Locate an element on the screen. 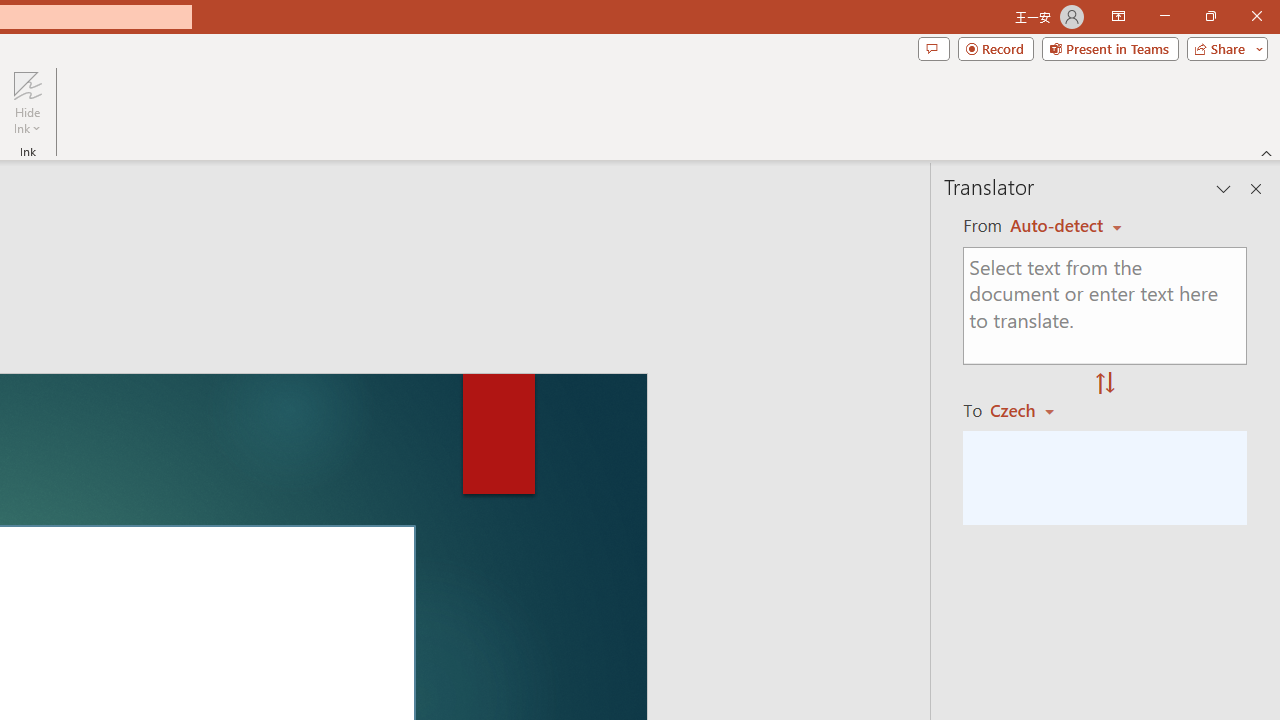  'Auto-detect' is located at coordinates (1065, 225).